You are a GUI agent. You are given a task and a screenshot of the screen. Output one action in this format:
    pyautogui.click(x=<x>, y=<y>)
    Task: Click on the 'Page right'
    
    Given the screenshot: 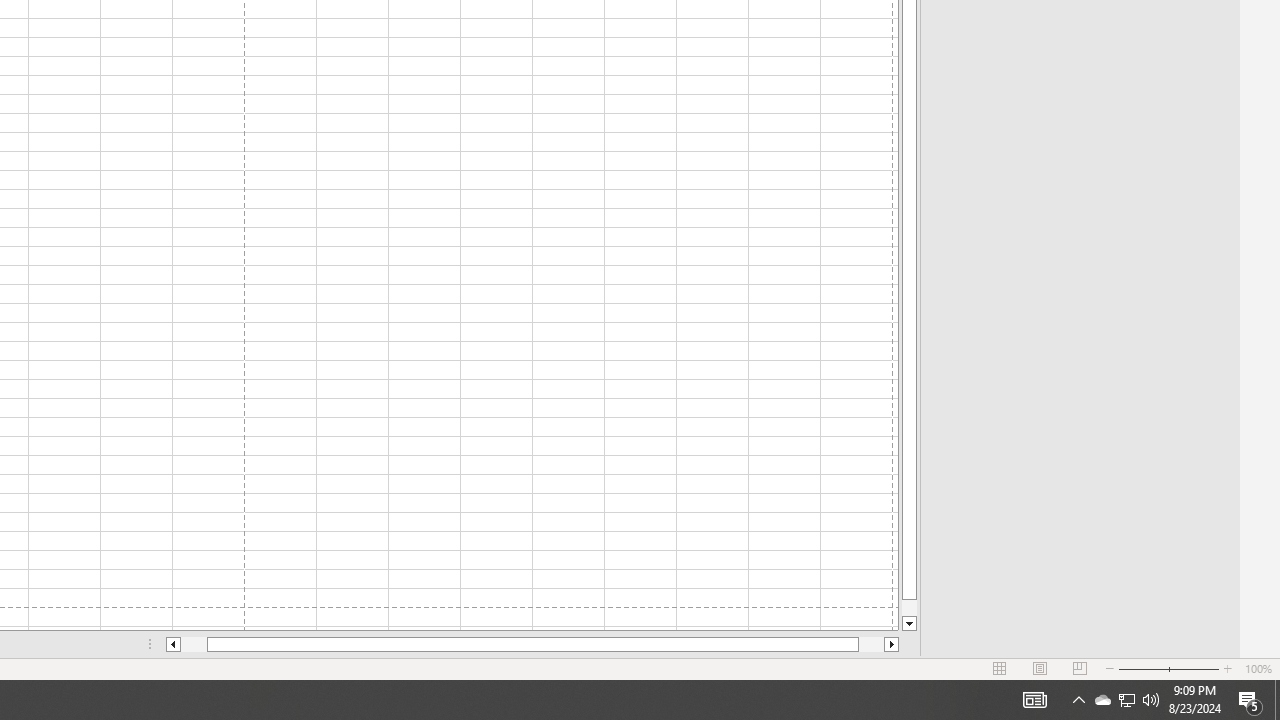 What is the action you would take?
    pyautogui.click(x=871, y=644)
    